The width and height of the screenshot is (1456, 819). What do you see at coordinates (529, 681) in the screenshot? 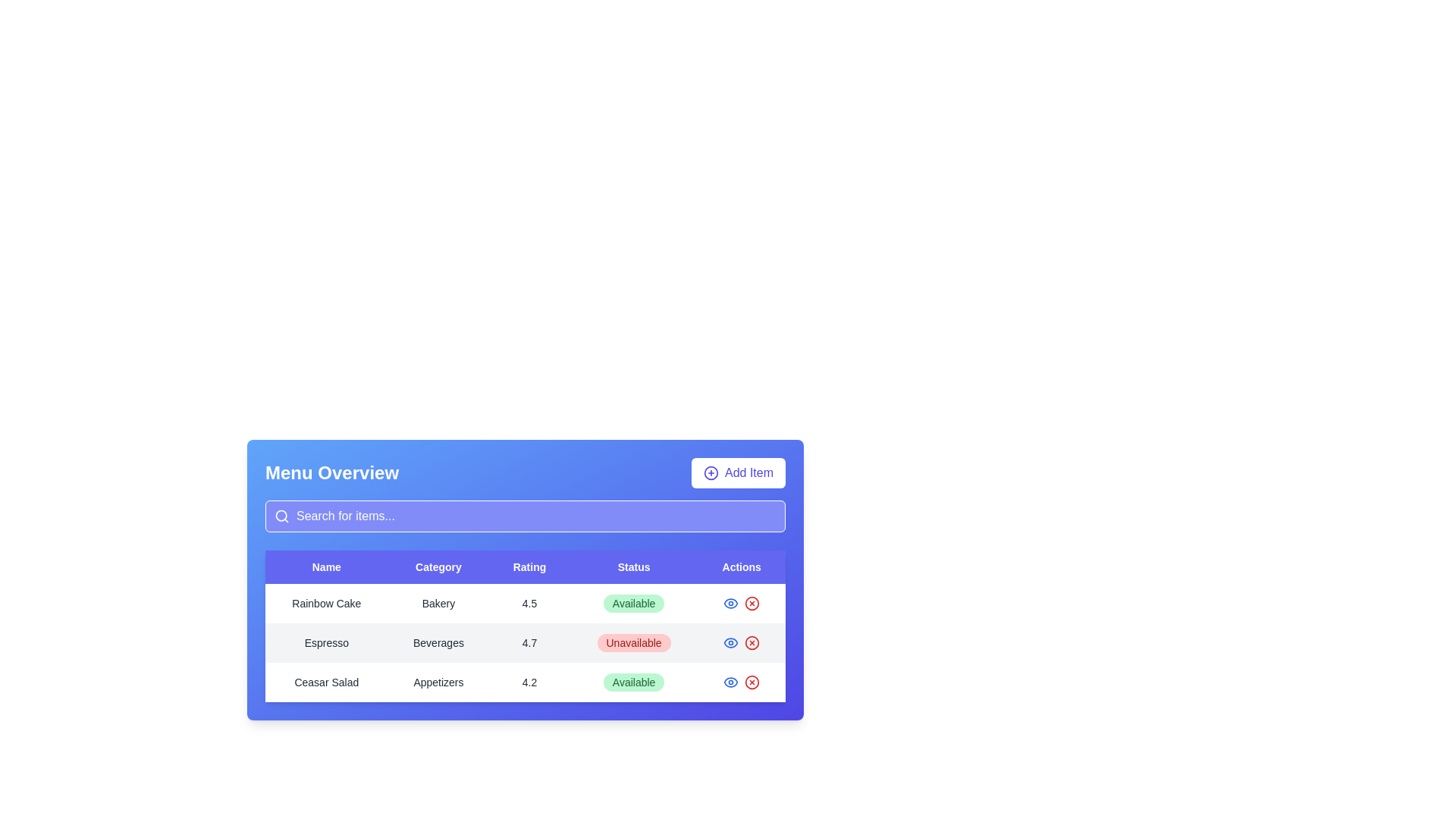
I see `numeric value '4.2' displayed in the 'Rating' column, which is the third item corresponding to 'Ceasar Salad'` at bounding box center [529, 681].